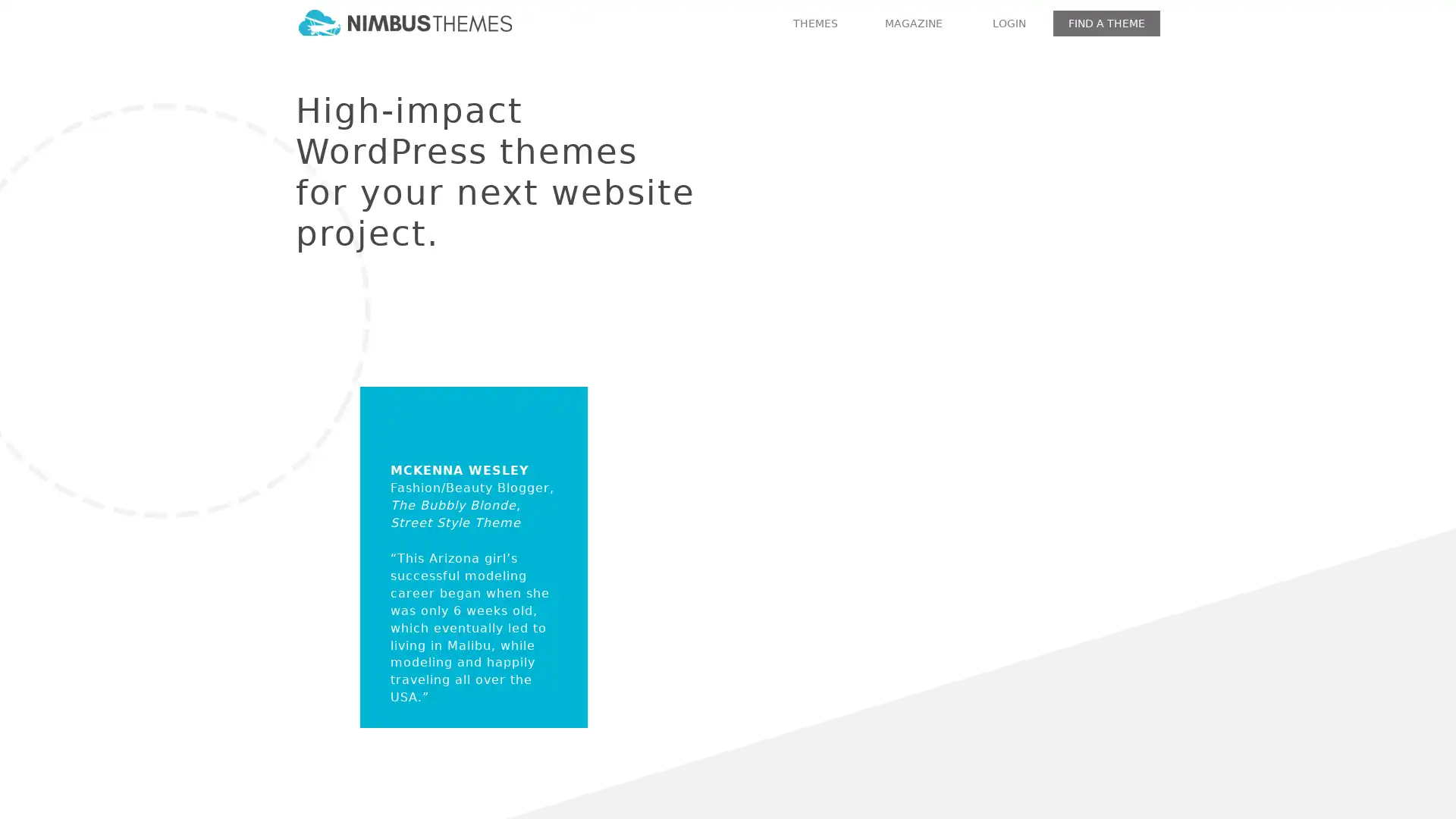  Describe the element at coordinates (892, 526) in the screenshot. I see `2` at that location.